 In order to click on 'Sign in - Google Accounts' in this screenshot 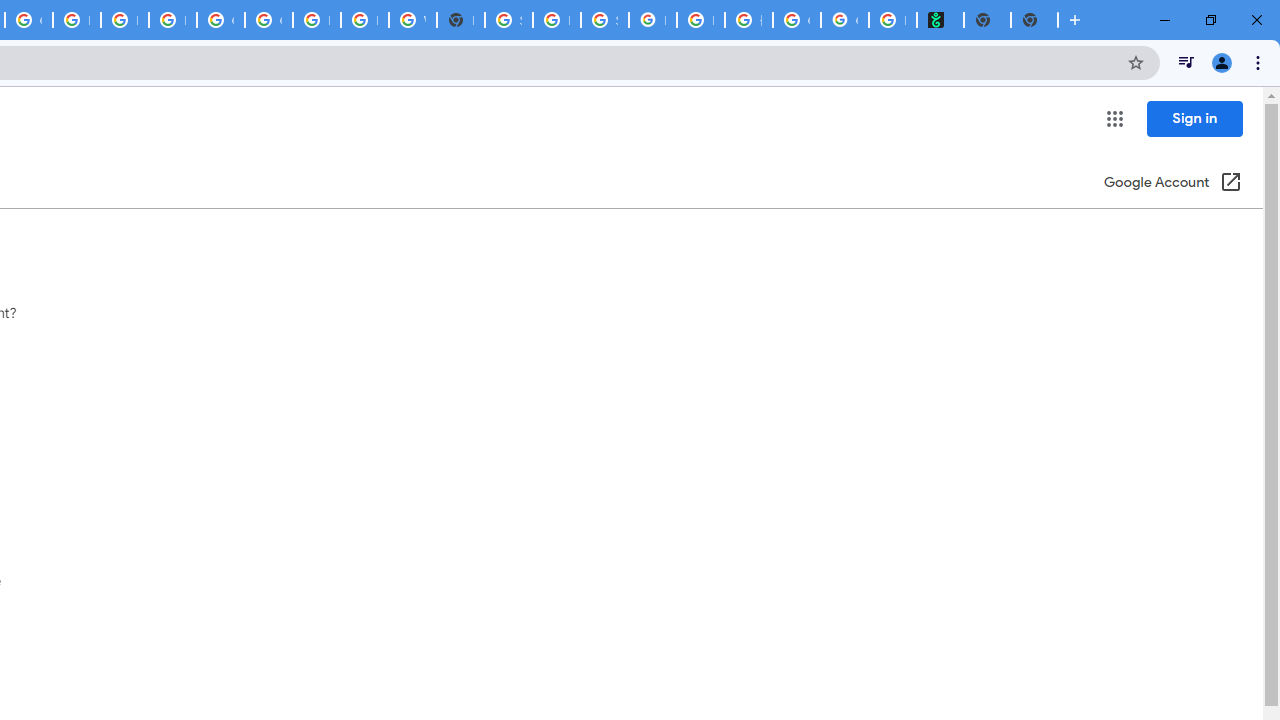, I will do `click(508, 20)`.